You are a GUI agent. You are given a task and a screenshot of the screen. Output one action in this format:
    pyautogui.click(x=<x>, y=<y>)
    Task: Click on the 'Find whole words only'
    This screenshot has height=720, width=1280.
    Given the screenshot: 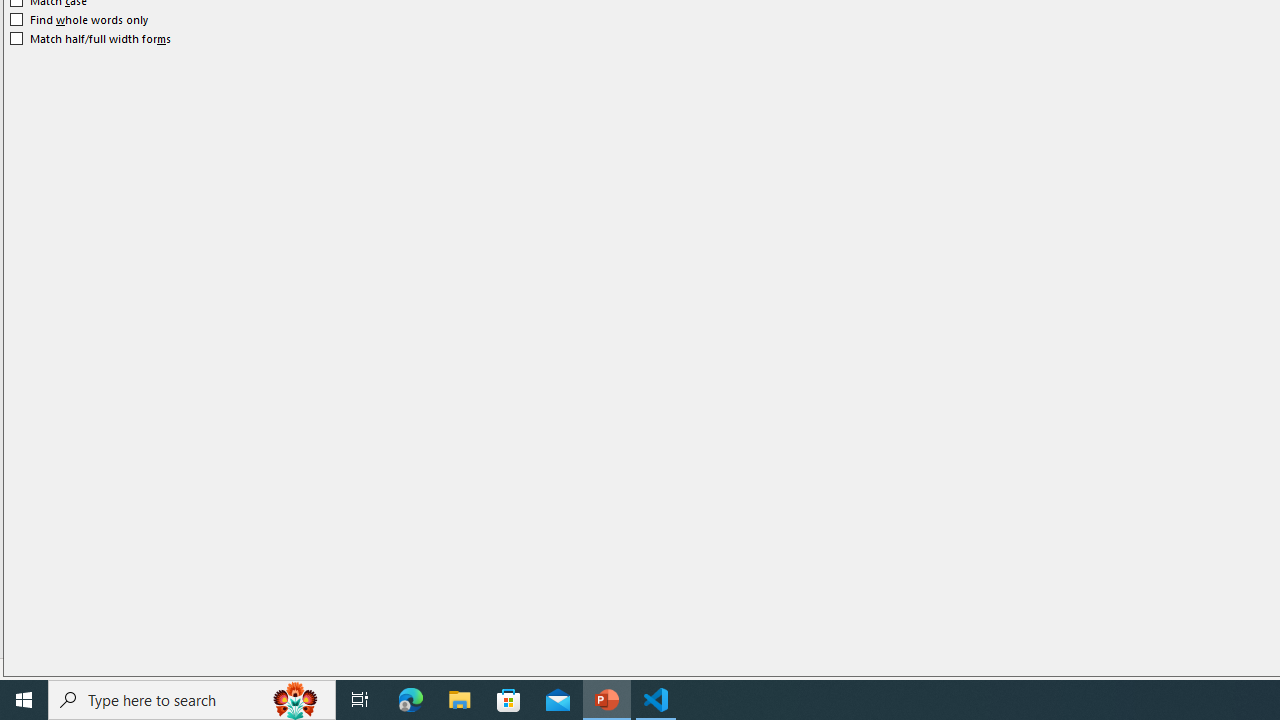 What is the action you would take?
    pyautogui.click(x=80, y=20)
    